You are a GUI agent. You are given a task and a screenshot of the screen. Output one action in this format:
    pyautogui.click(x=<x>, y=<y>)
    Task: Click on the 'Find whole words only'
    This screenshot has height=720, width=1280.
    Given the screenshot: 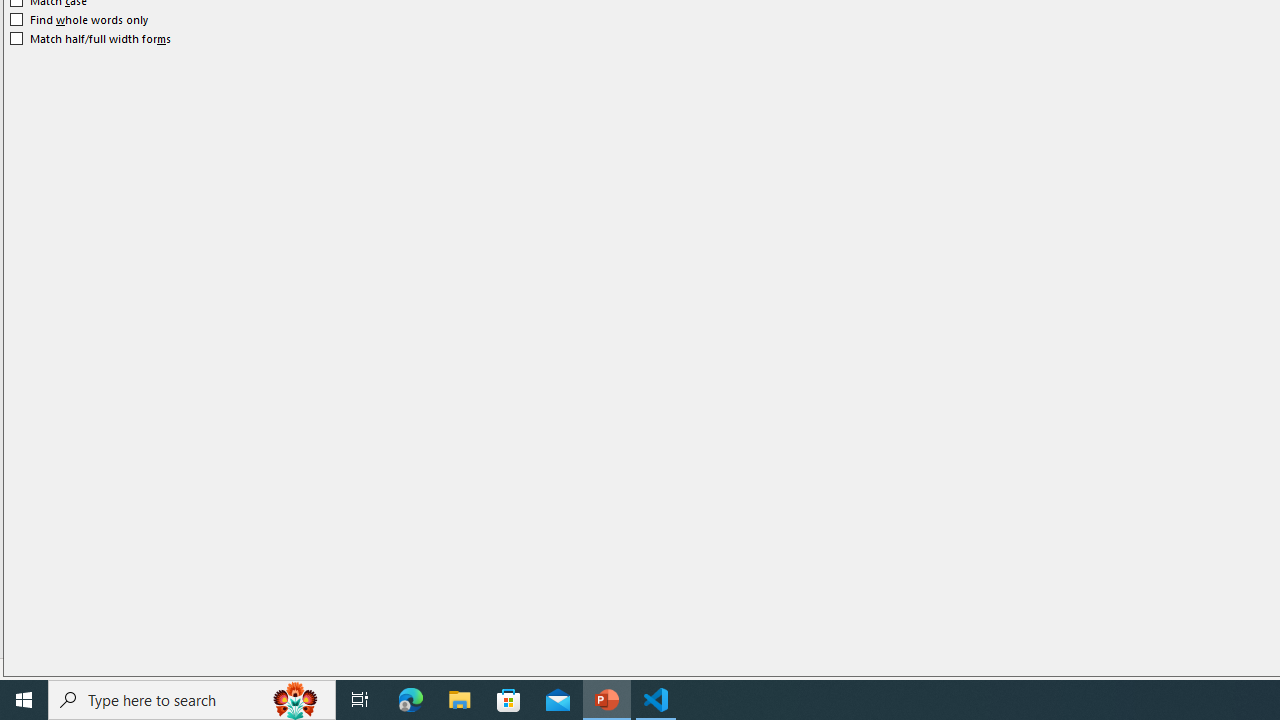 What is the action you would take?
    pyautogui.click(x=80, y=20)
    